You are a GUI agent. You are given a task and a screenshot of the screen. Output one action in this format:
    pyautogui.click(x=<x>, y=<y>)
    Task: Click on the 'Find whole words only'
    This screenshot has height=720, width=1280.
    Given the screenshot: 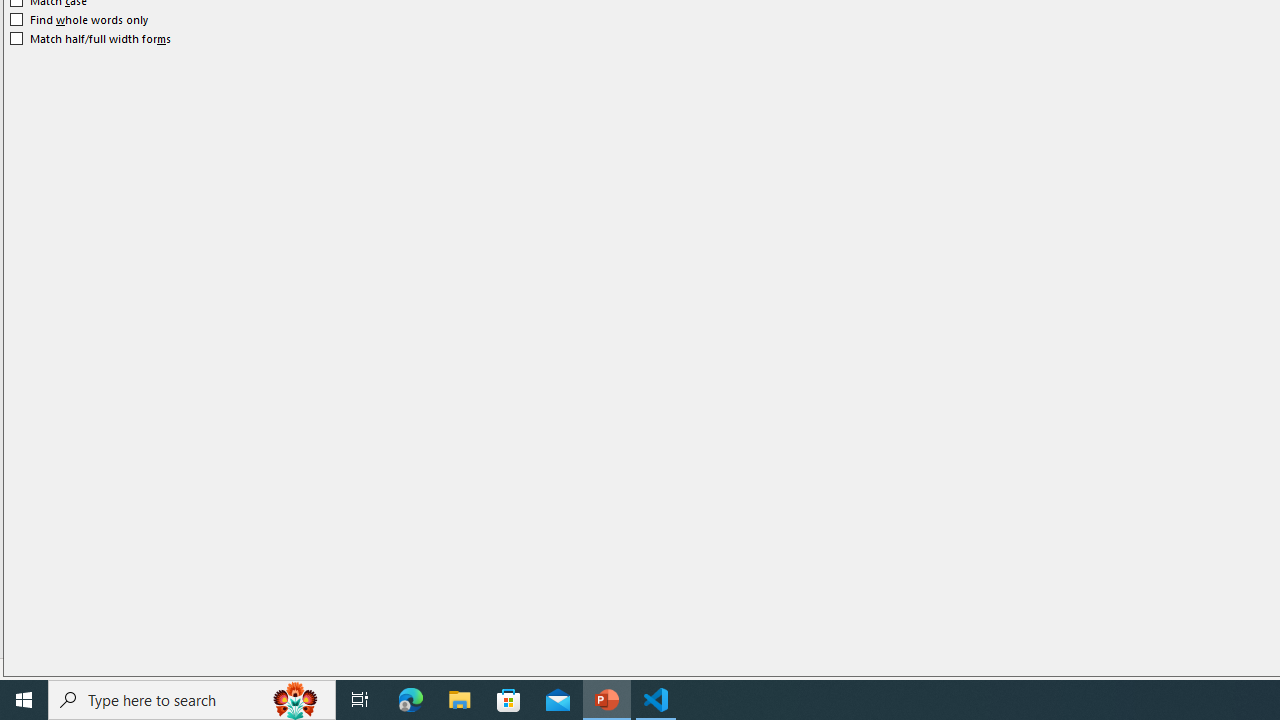 What is the action you would take?
    pyautogui.click(x=80, y=20)
    